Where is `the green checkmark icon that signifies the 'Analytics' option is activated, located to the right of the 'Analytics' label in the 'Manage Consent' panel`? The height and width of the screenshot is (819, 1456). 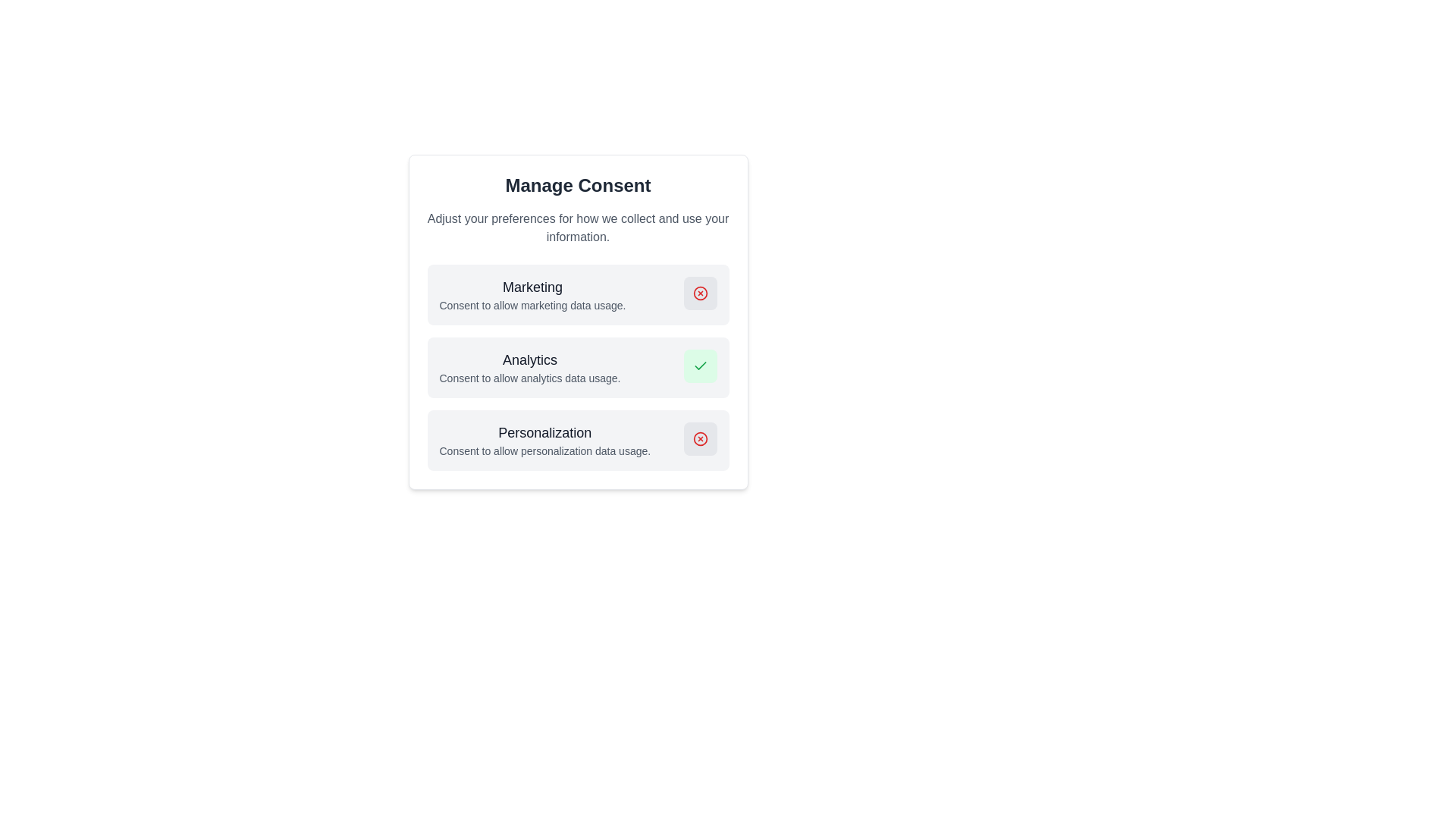 the green checkmark icon that signifies the 'Analytics' option is activated, located to the right of the 'Analytics' label in the 'Manage Consent' panel is located at coordinates (699, 366).